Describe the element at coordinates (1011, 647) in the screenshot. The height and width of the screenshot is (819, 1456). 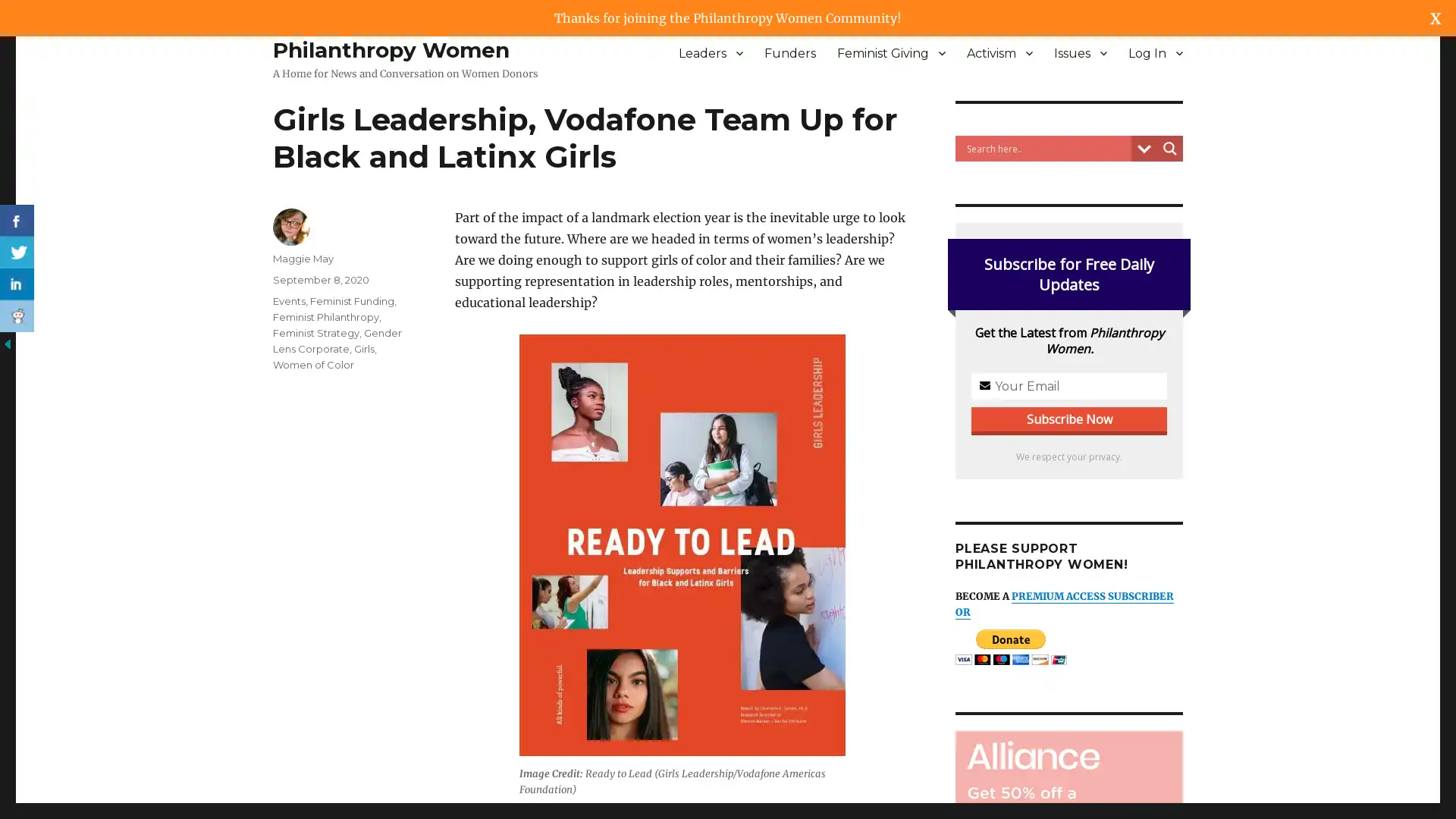
I see `PayPal - The safer, easier way to pay online!` at that location.